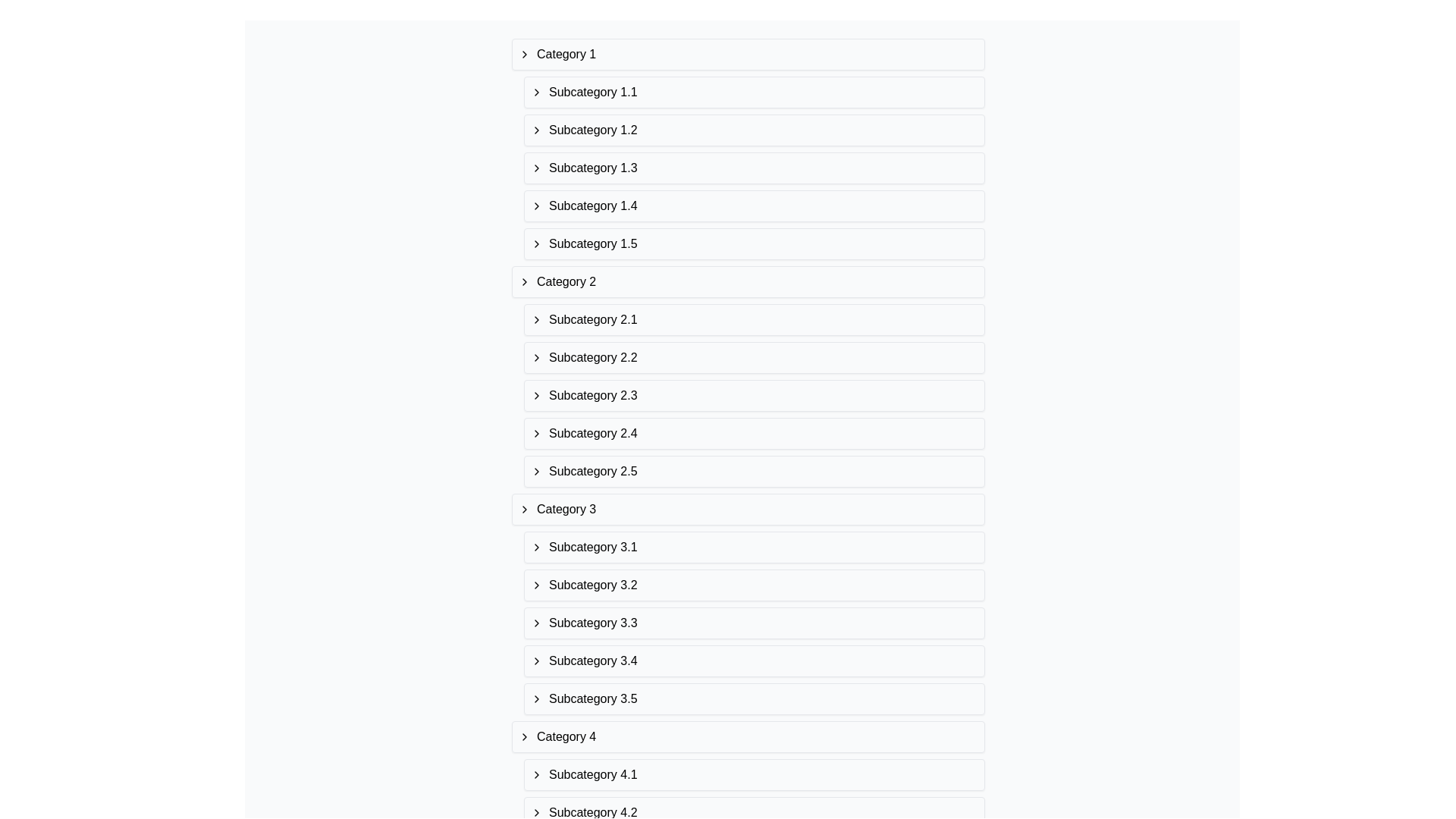 The image size is (1456, 819). I want to click on the icon located directly to the left of the text label 'Subcategory 1.5', so click(537, 243).